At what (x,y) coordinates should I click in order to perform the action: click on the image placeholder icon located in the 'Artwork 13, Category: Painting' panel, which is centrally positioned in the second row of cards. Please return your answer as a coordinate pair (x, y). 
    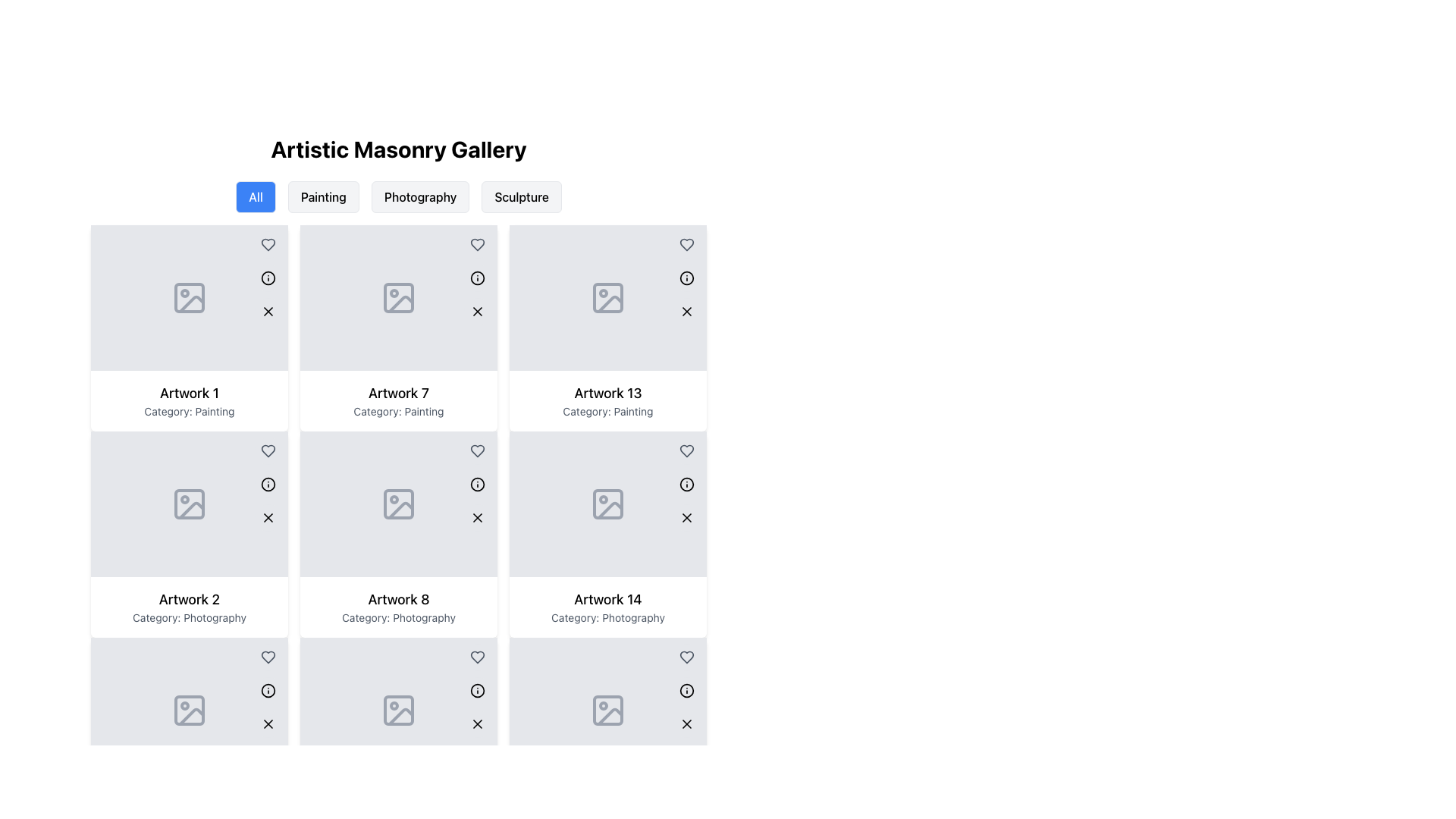
    Looking at the image, I should click on (607, 298).